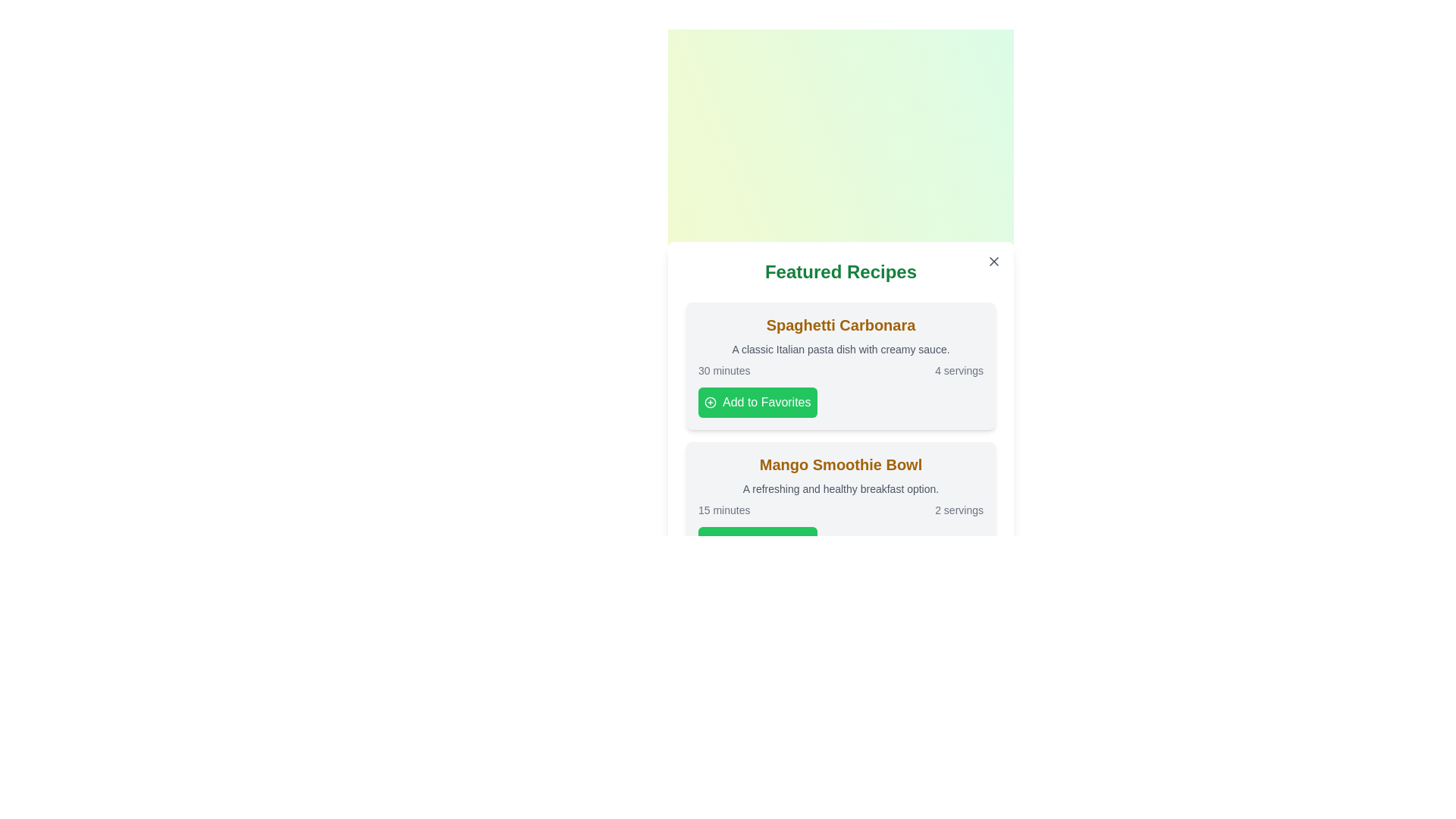 Image resolution: width=1456 pixels, height=819 pixels. What do you see at coordinates (758, 402) in the screenshot?
I see `the 'Add to Favorites' button located at the bottom of the 'Spaghetti Carbonara' recipe card to observe the visual change` at bounding box center [758, 402].